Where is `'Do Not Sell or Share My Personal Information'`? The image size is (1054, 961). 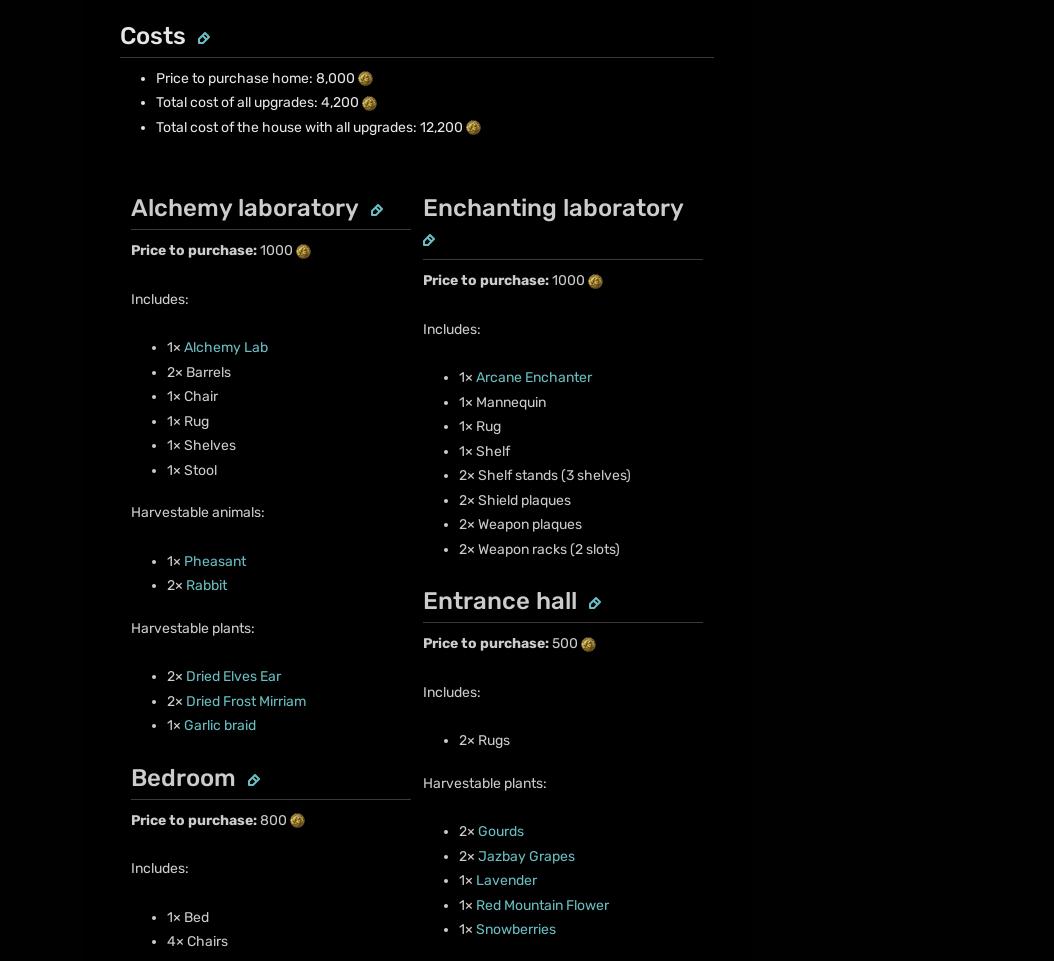 'Do Not Sell or Share My Personal Information' is located at coordinates (574, 599).